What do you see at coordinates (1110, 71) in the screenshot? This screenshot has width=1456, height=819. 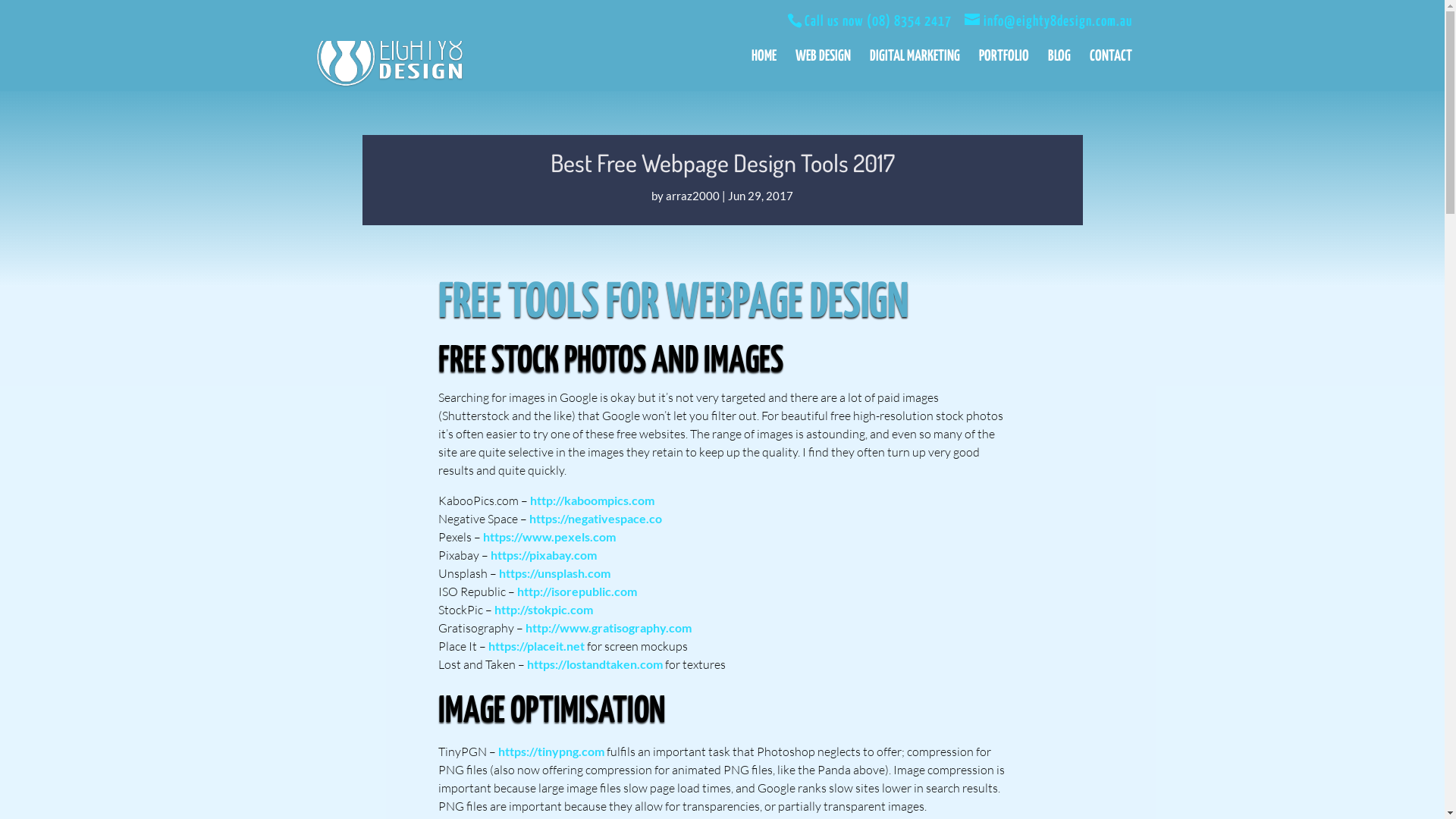 I see `'CONTACT'` at bounding box center [1110, 71].